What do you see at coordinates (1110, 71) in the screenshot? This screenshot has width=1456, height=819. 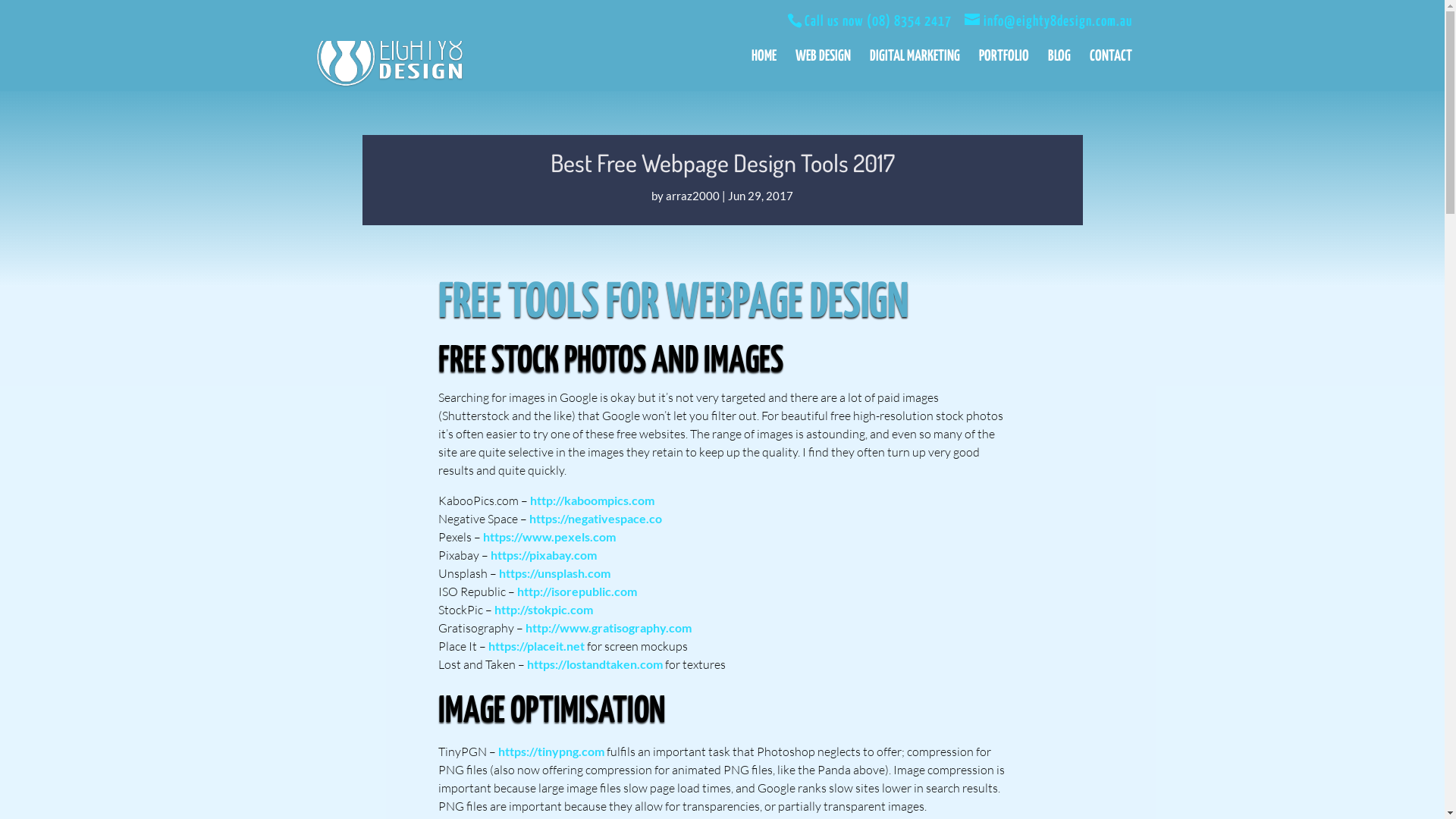 I see `'CONTACT'` at bounding box center [1110, 71].